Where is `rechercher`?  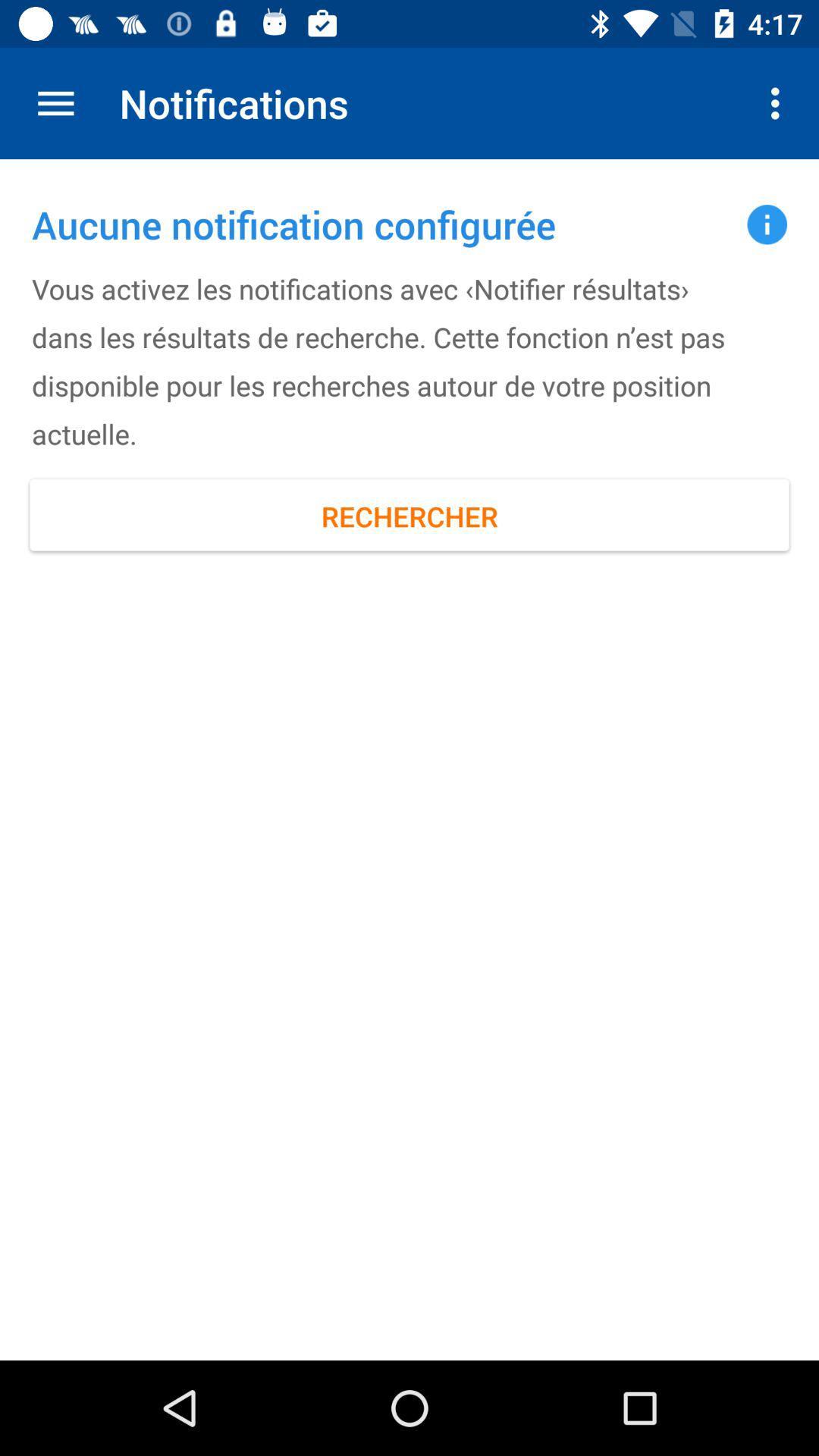 rechercher is located at coordinates (409, 516).